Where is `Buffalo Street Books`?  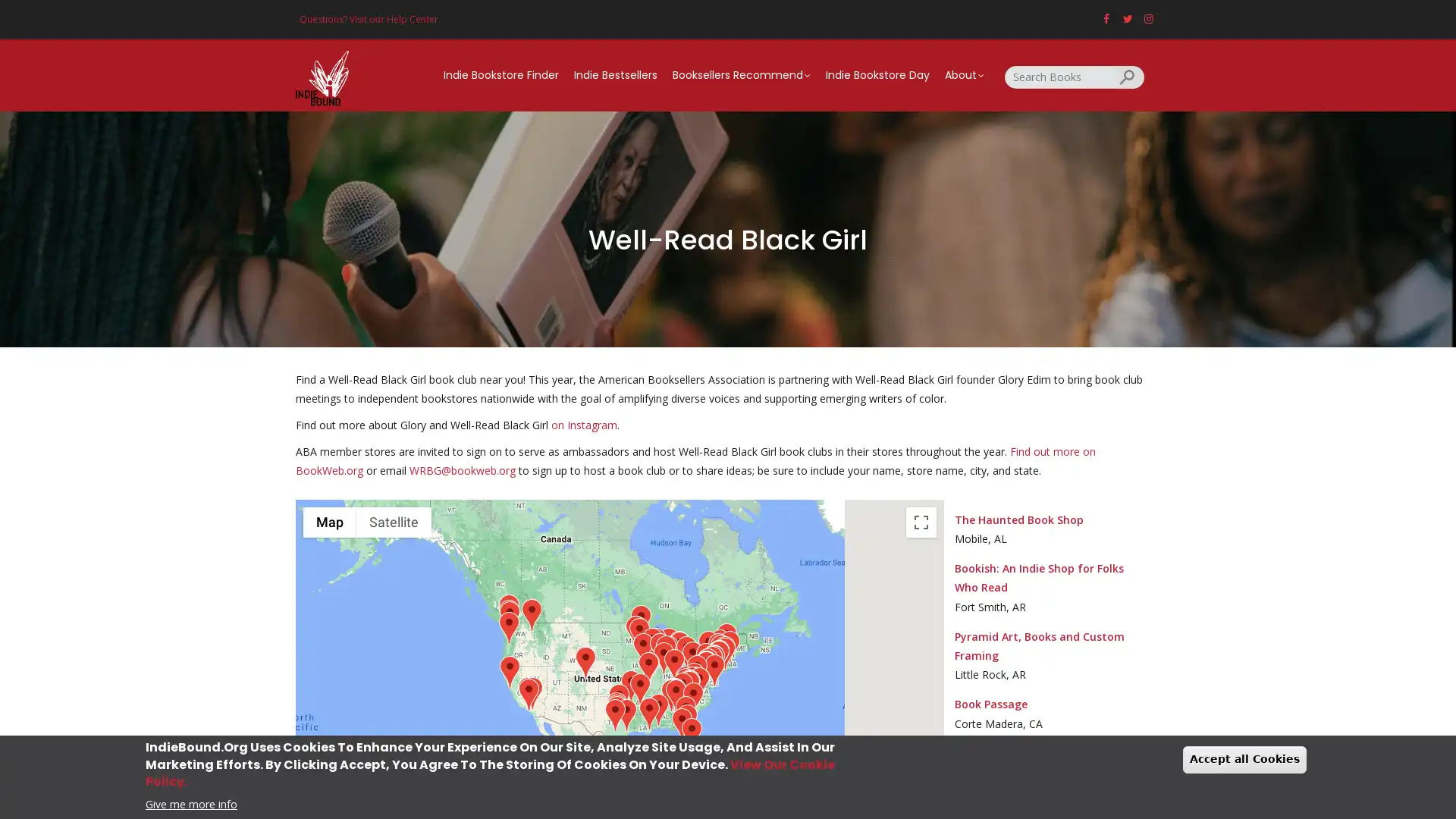 Buffalo Street Books is located at coordinates (707, 646).